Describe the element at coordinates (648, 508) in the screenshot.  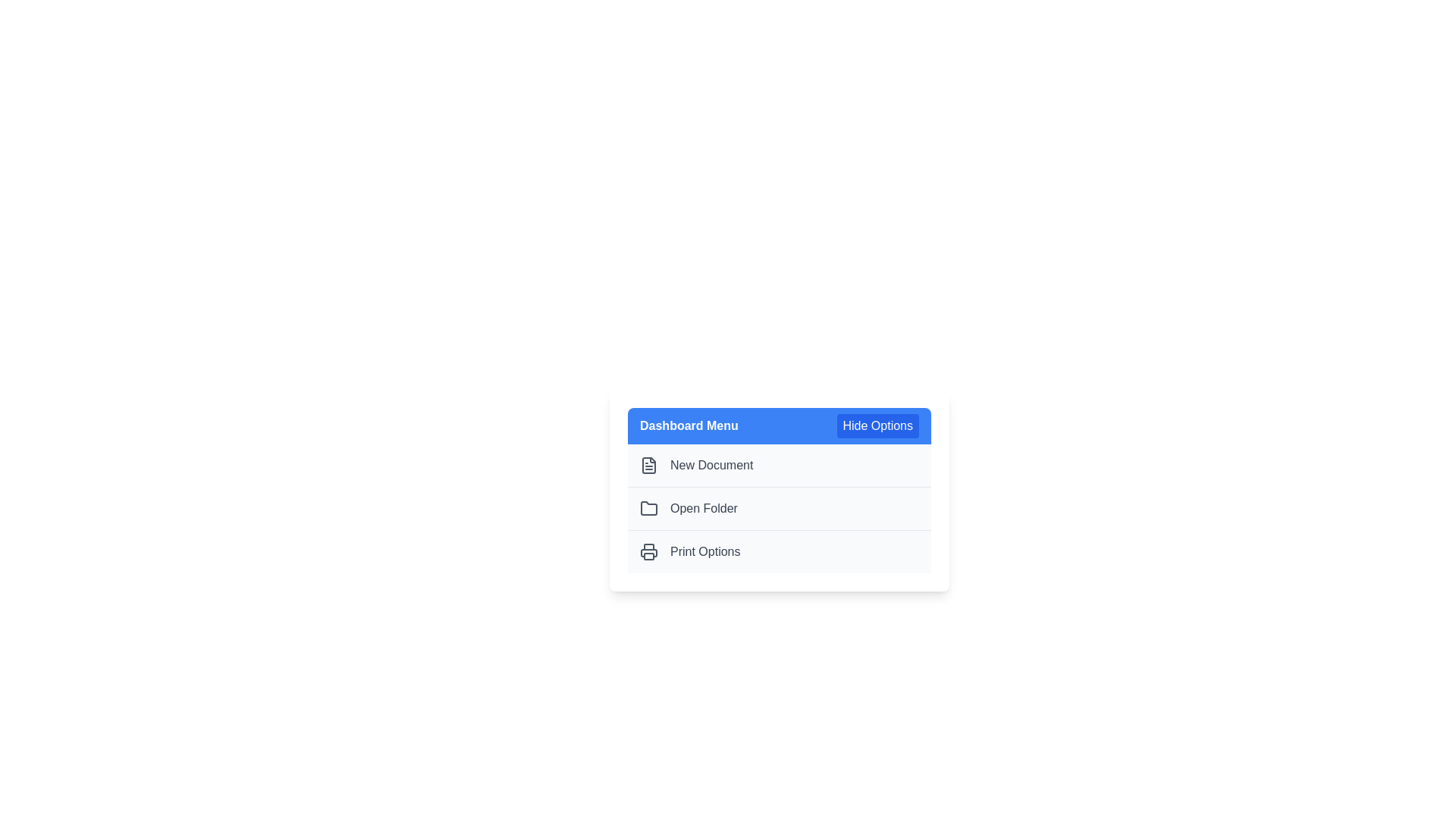
I see `the folder icon representing the 'Open Folder' action in the menu, located to the left of the 'Open Folder' text` at that location.